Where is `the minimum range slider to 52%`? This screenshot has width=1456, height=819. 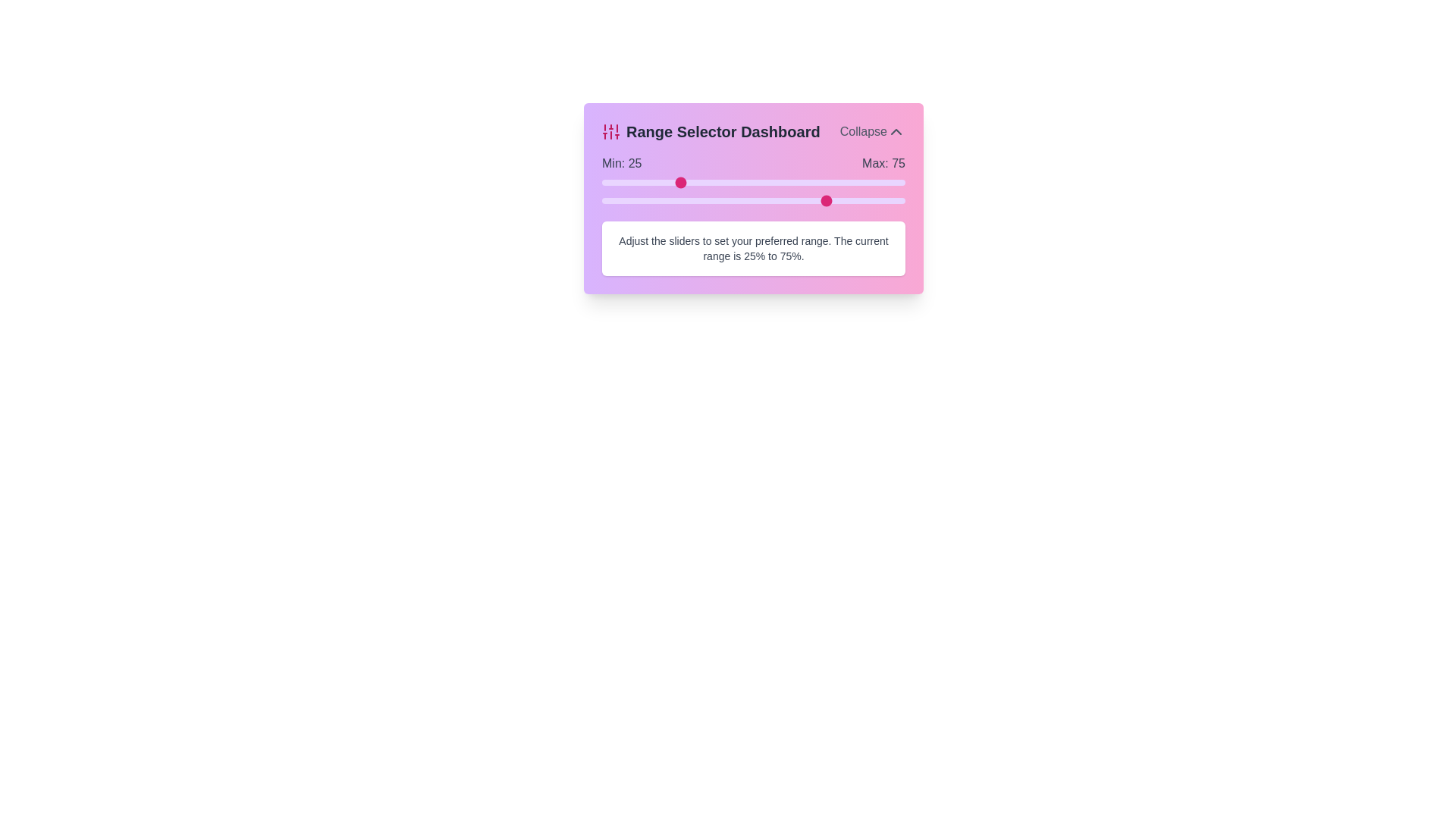 the minimum range slider to 52% is located at coordinates (760, 181).